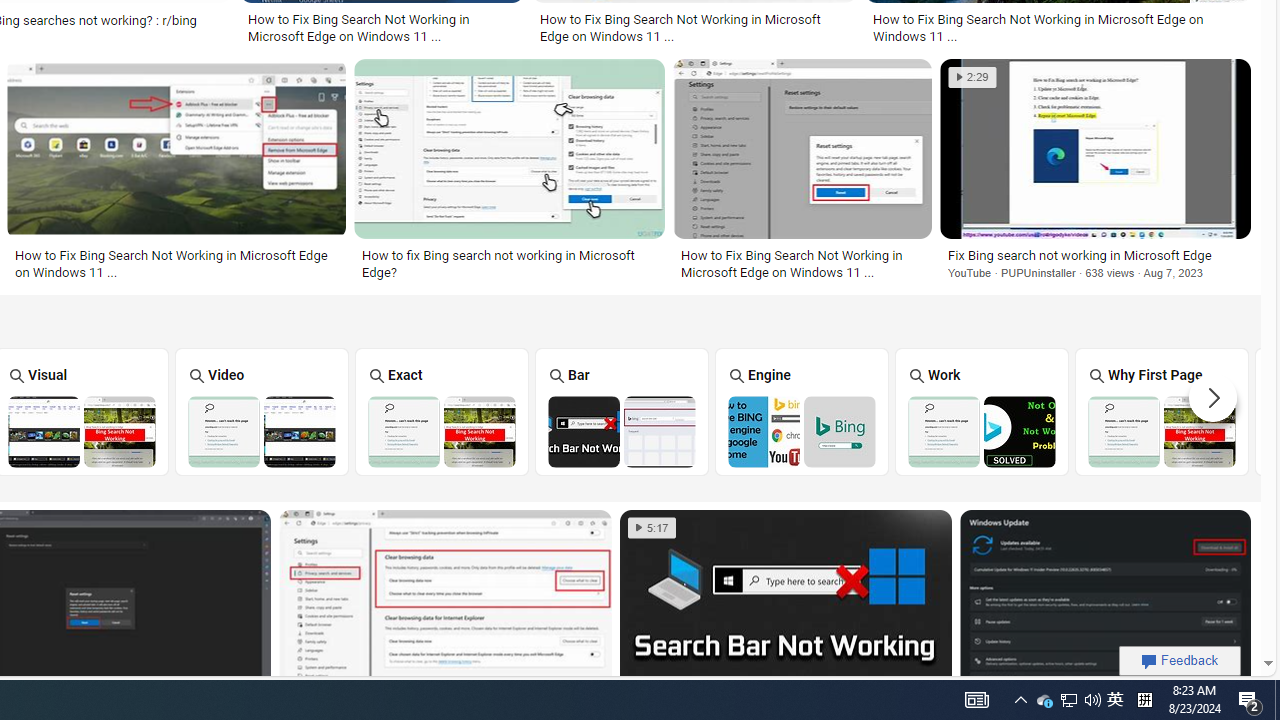  What do you see at coordinates (801, 410) in the screenshot?
I see `'Engine'` at bounding box center [801, 410].